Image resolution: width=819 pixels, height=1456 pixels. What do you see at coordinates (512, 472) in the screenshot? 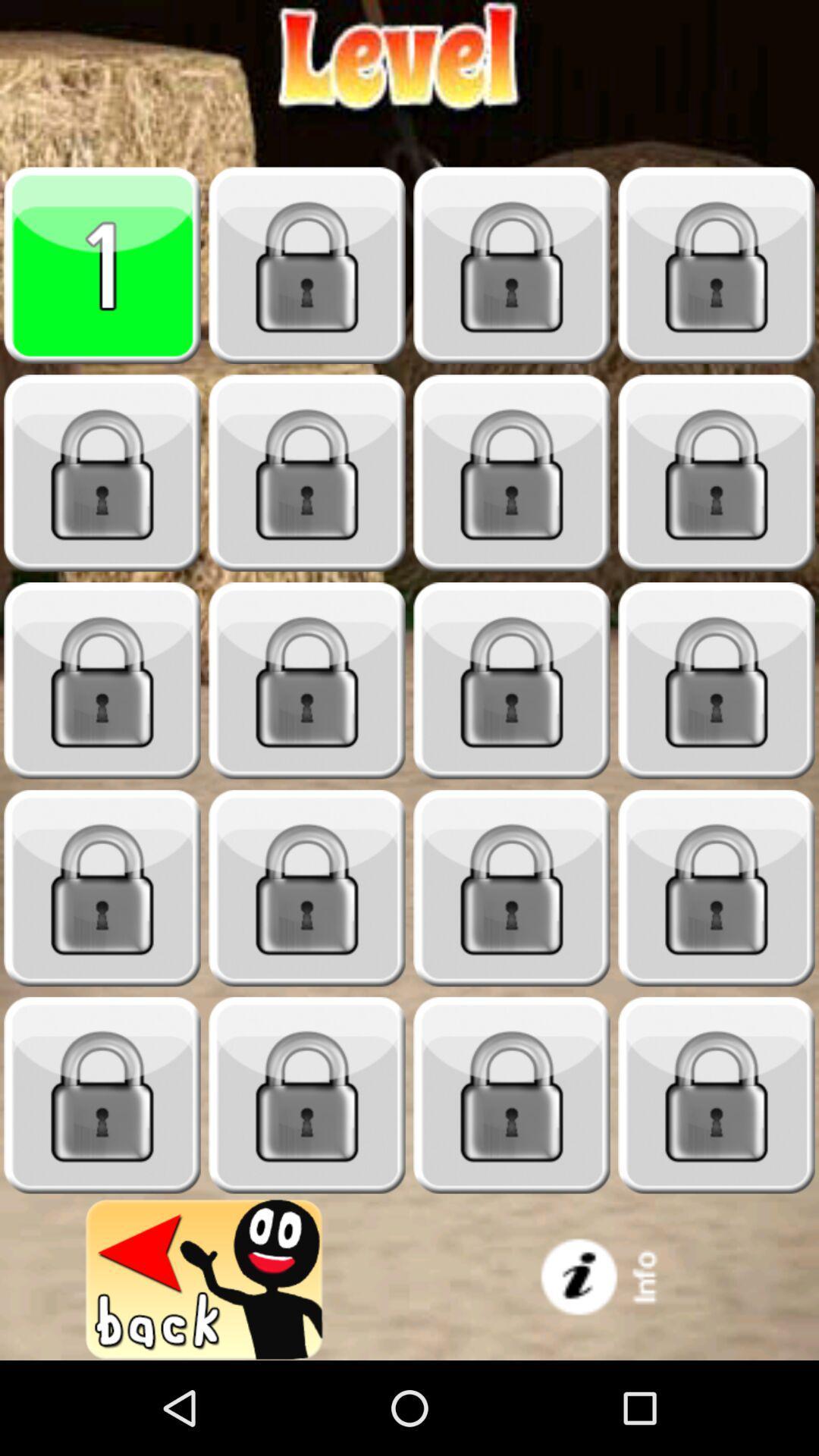
I see `see what is behind the lock icon` at bounding box center [512, 472].